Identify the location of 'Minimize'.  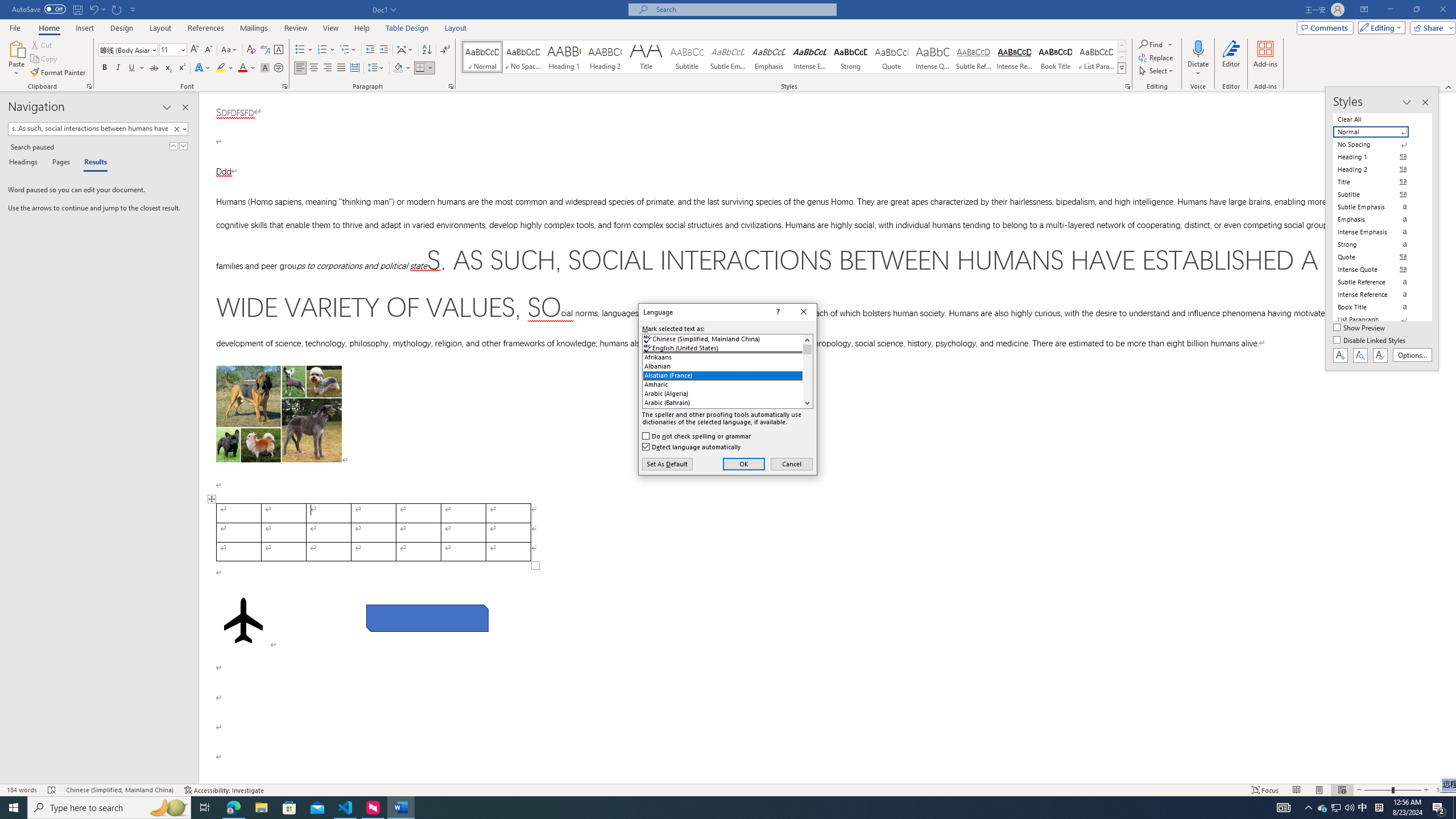
(1389, 9).